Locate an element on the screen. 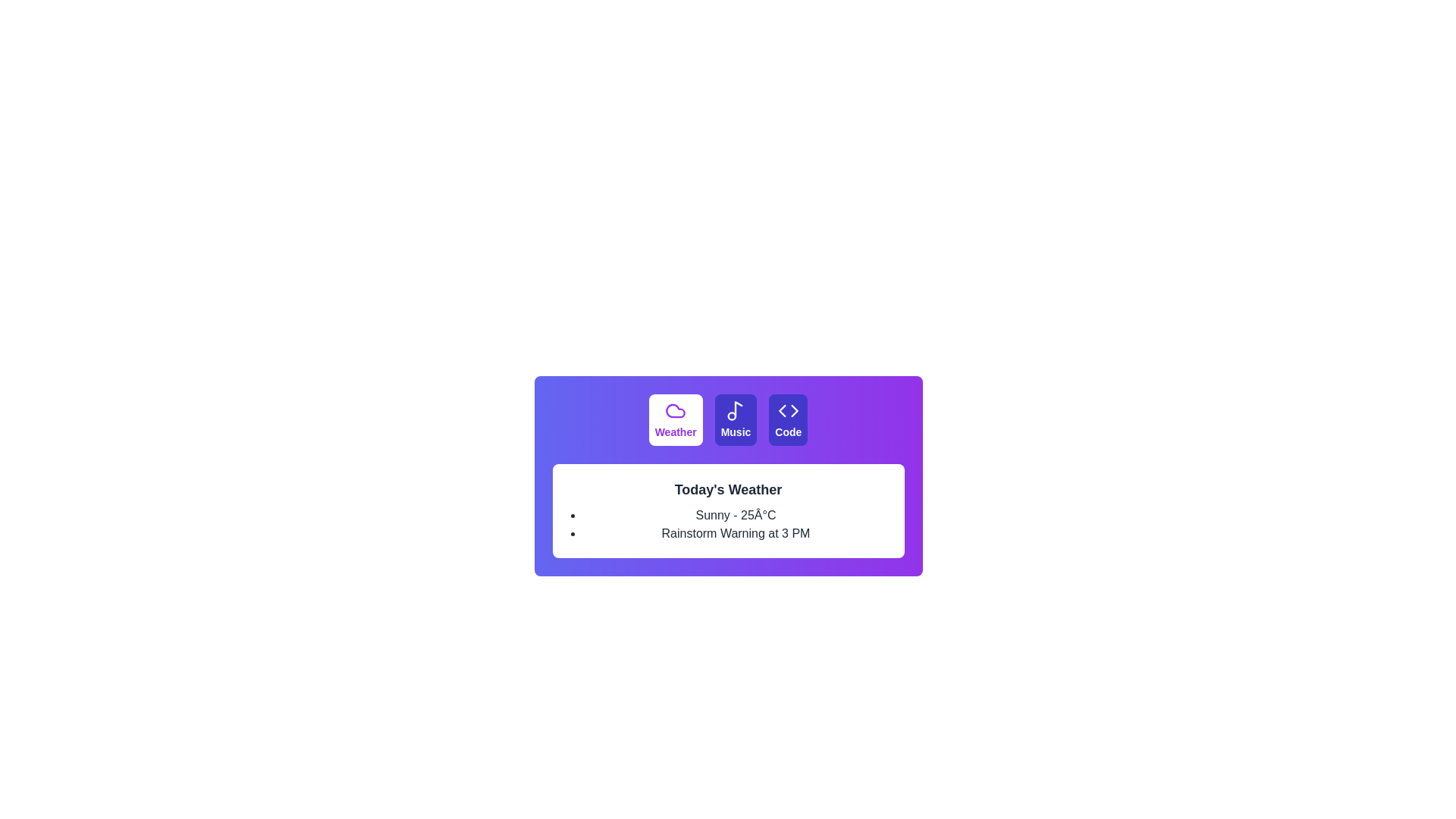 This screenshot has height=819, width=1456. the text block displaying key weather information is located at coordinates (728, 511).